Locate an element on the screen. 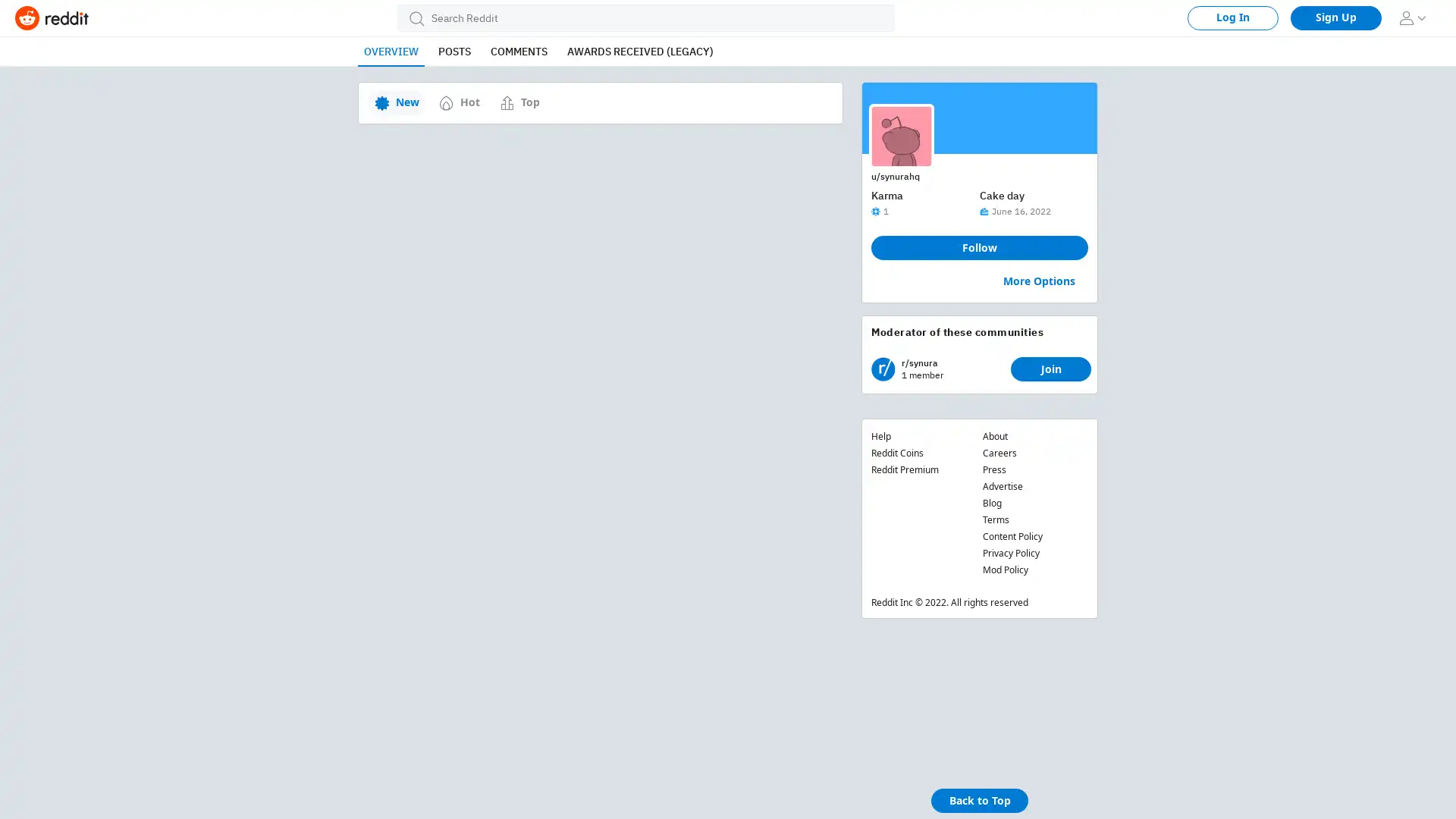 This screenshot has height=819, width=1456. Back to Top is located at coordinates (979, 800).